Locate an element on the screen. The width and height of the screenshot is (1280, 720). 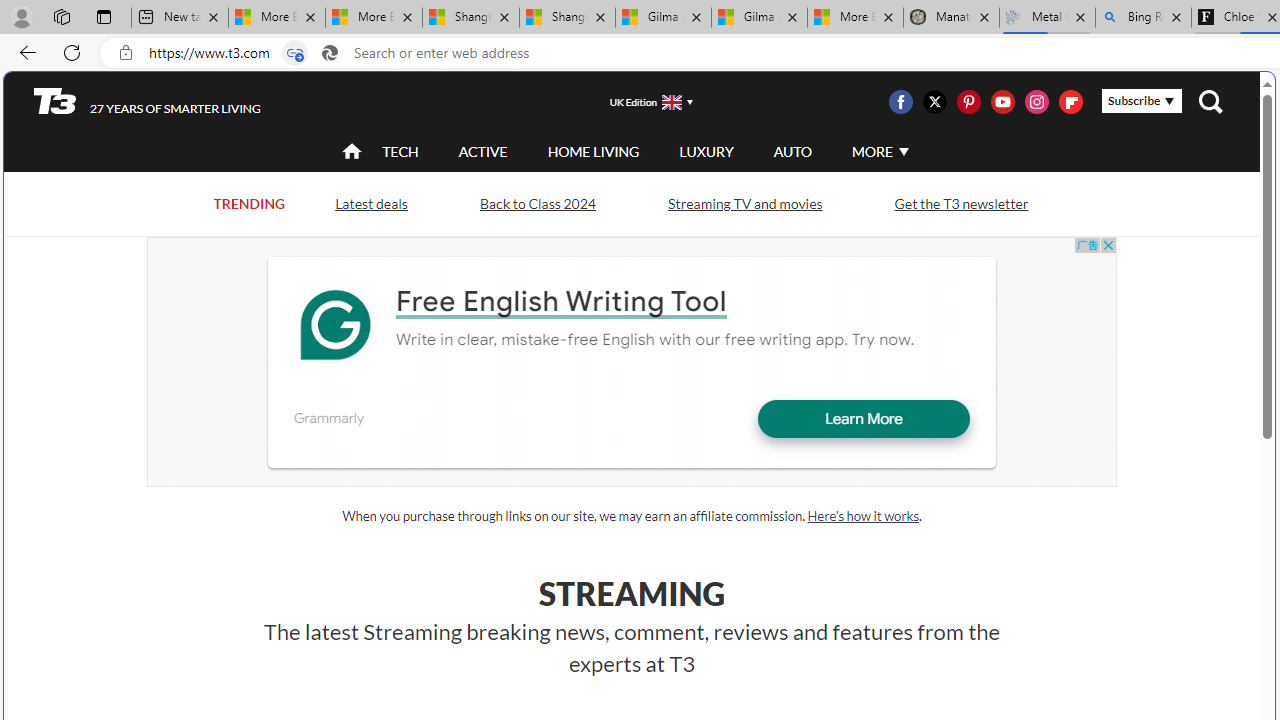
'Personal Profile' is located at coordinates (21, 16).